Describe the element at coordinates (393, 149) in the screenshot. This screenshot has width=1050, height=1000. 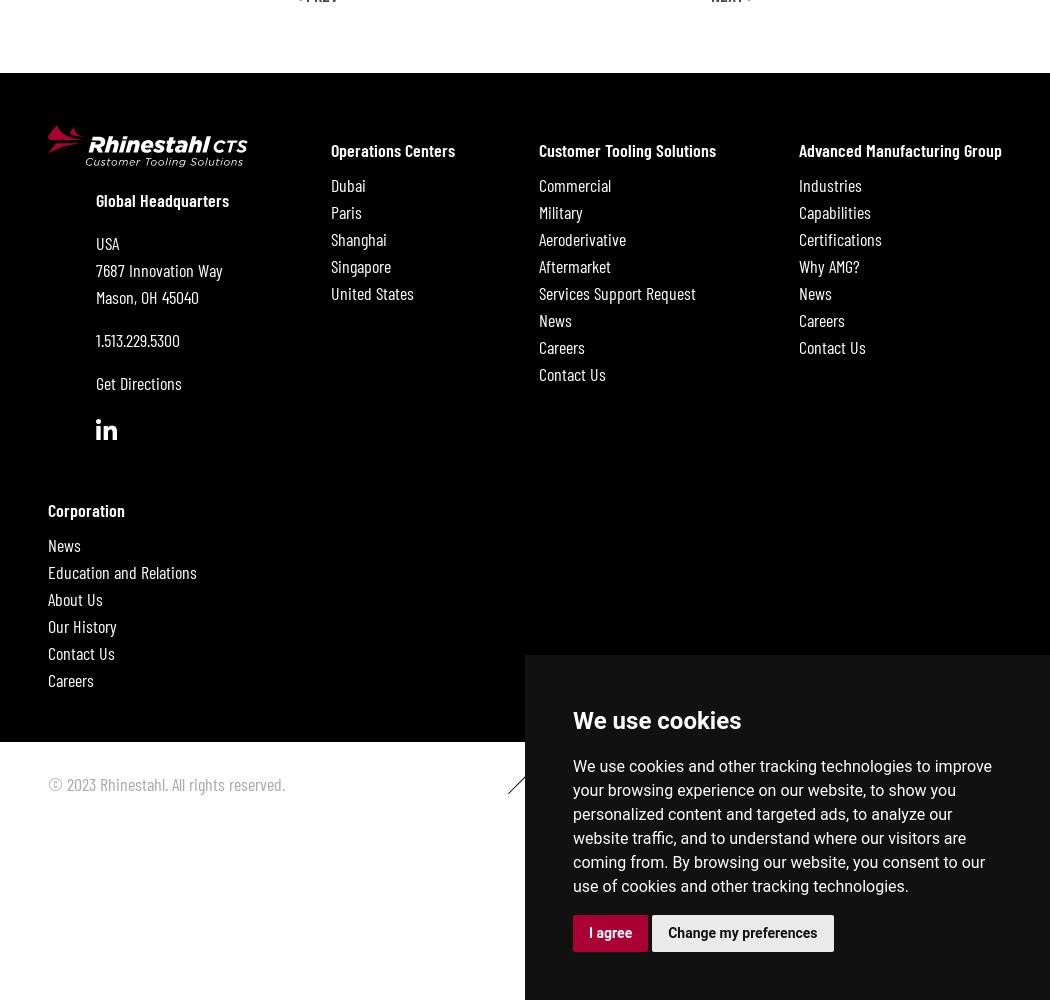
I see `'Operations Centers'` at that location.